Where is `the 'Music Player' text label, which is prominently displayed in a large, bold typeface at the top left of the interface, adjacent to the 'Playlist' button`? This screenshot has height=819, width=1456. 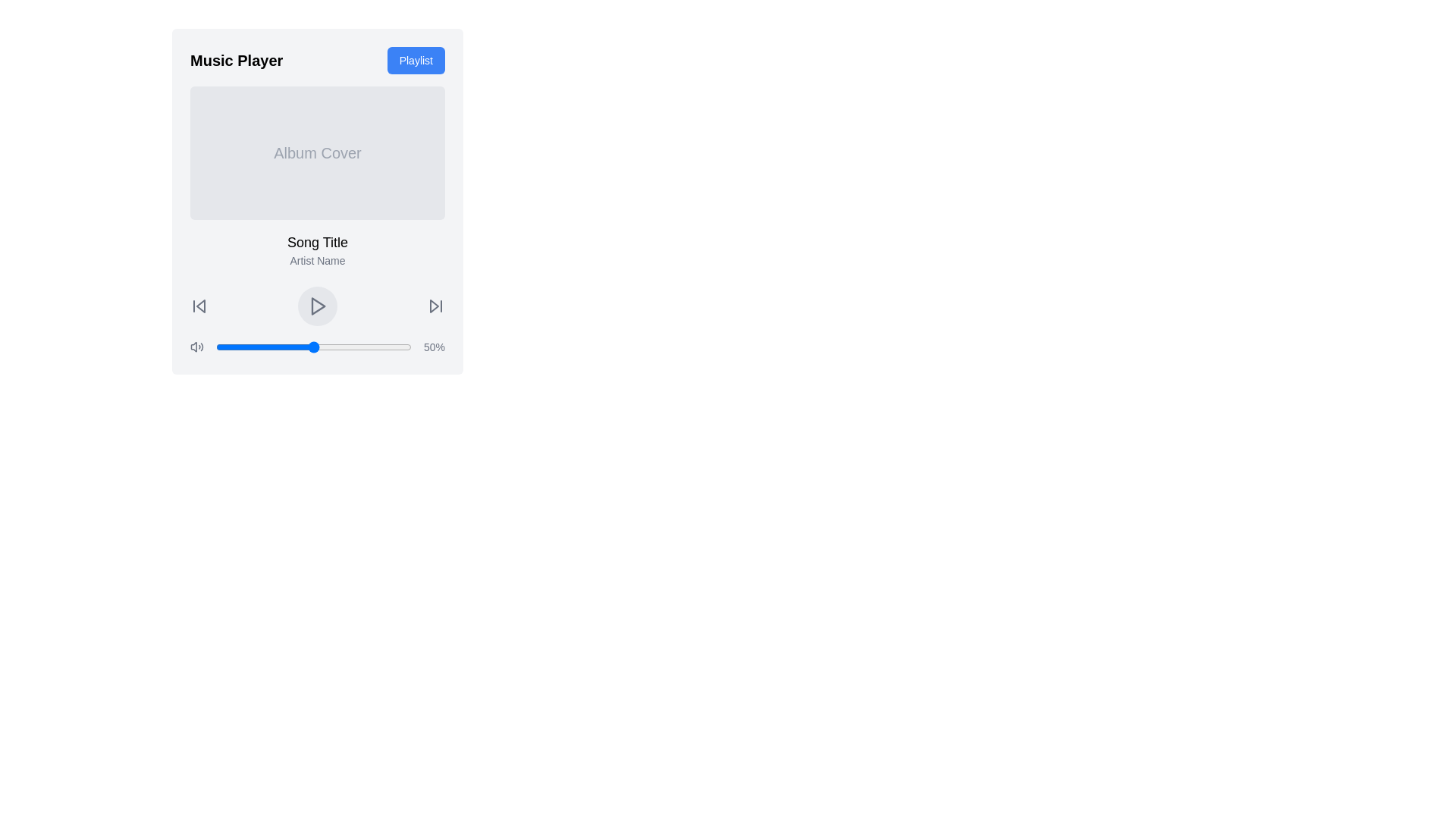 the 'Music Player' text label, which is prominently displayed in a large, bold typeface at the top left of the interface, adjacent to the 'Playlist' button is located at coordinates (236, 60).